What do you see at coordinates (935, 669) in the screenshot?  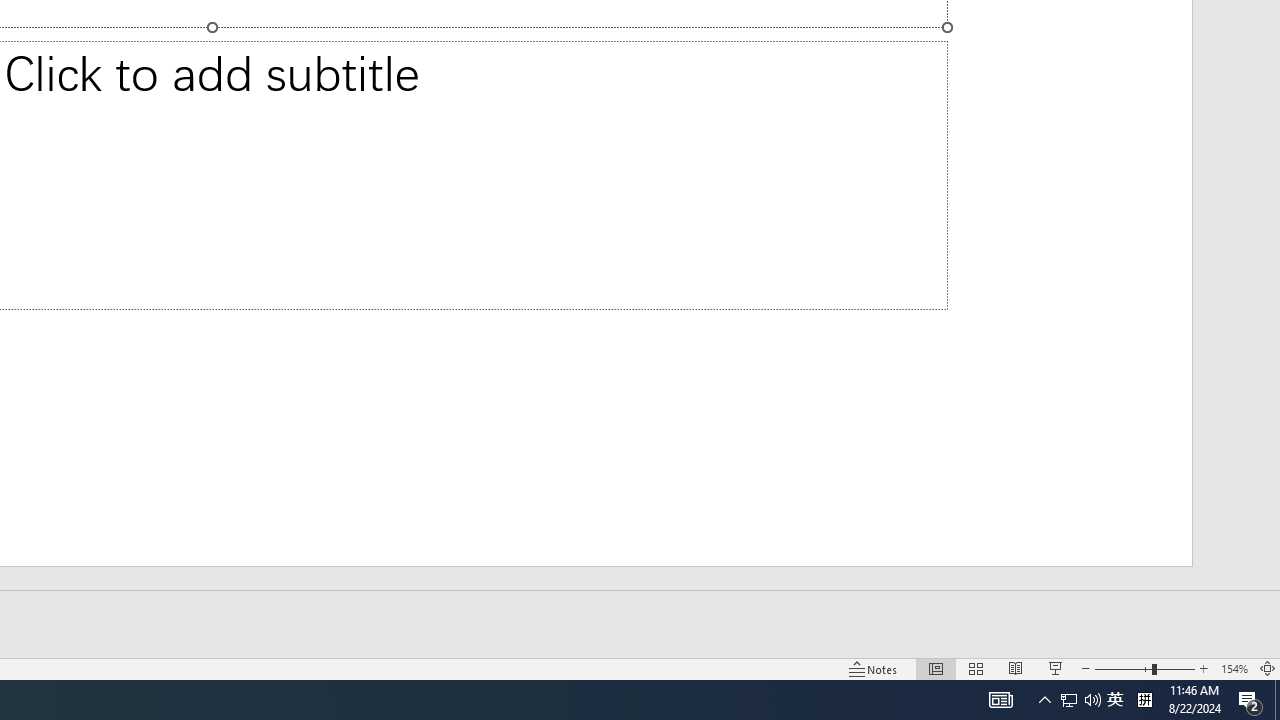 I see `'Normal'` at bounding box center [935, 669].